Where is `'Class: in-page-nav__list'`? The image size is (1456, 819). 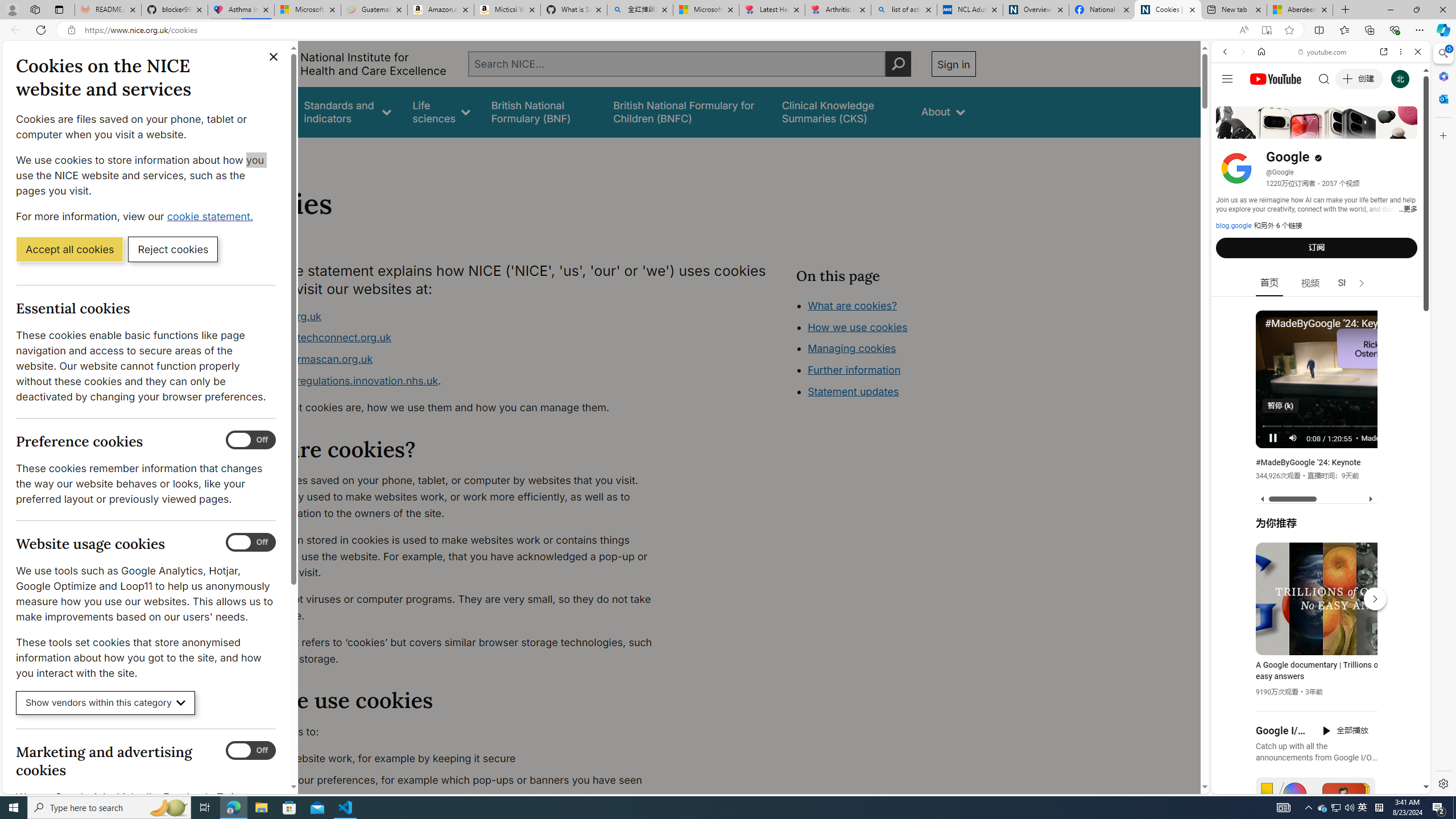 'Class: in-page-nav__list' is located at coordinates (885, 349).